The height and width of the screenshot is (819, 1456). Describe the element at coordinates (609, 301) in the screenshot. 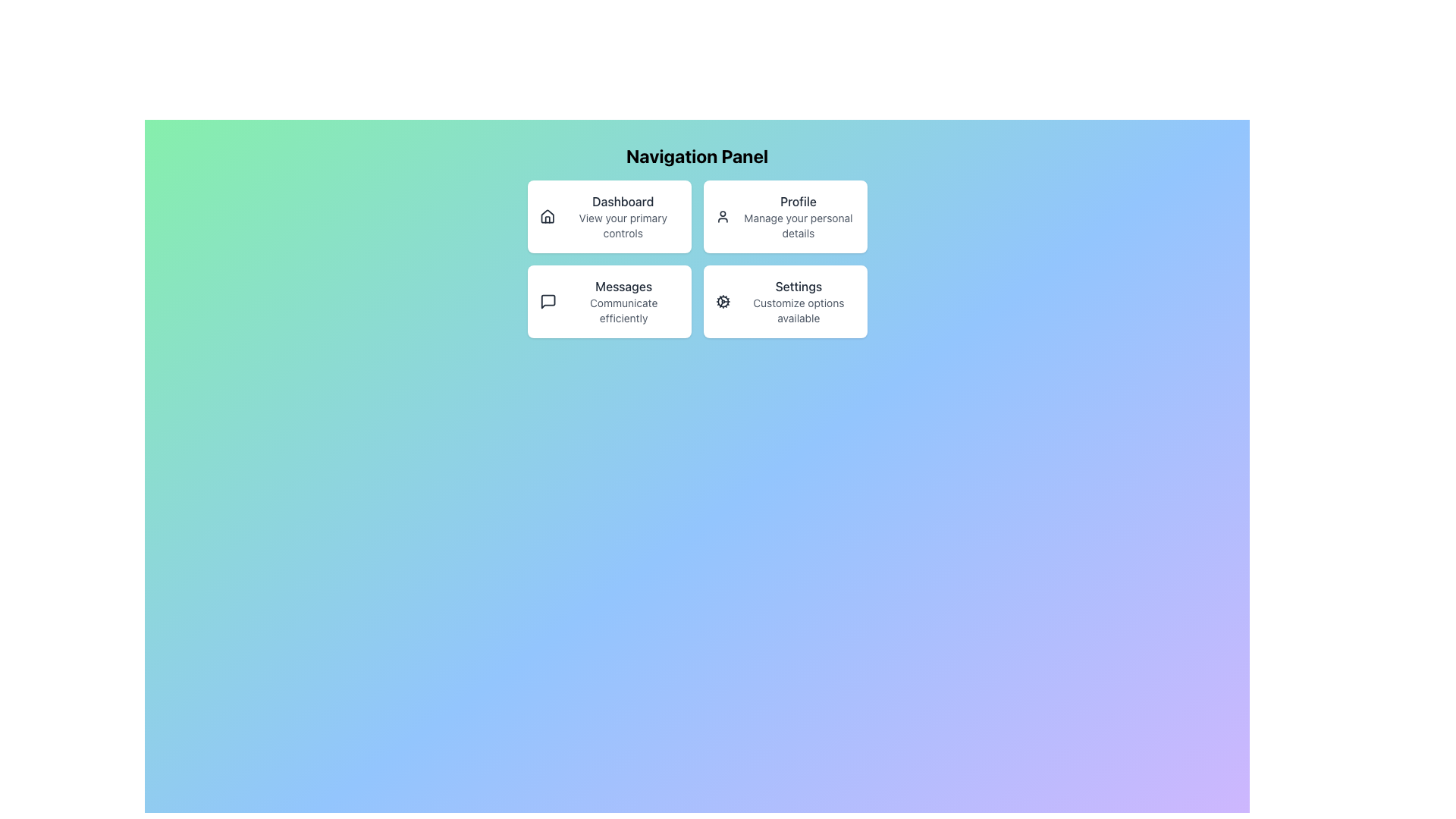

I see `the navigation button` at that location.